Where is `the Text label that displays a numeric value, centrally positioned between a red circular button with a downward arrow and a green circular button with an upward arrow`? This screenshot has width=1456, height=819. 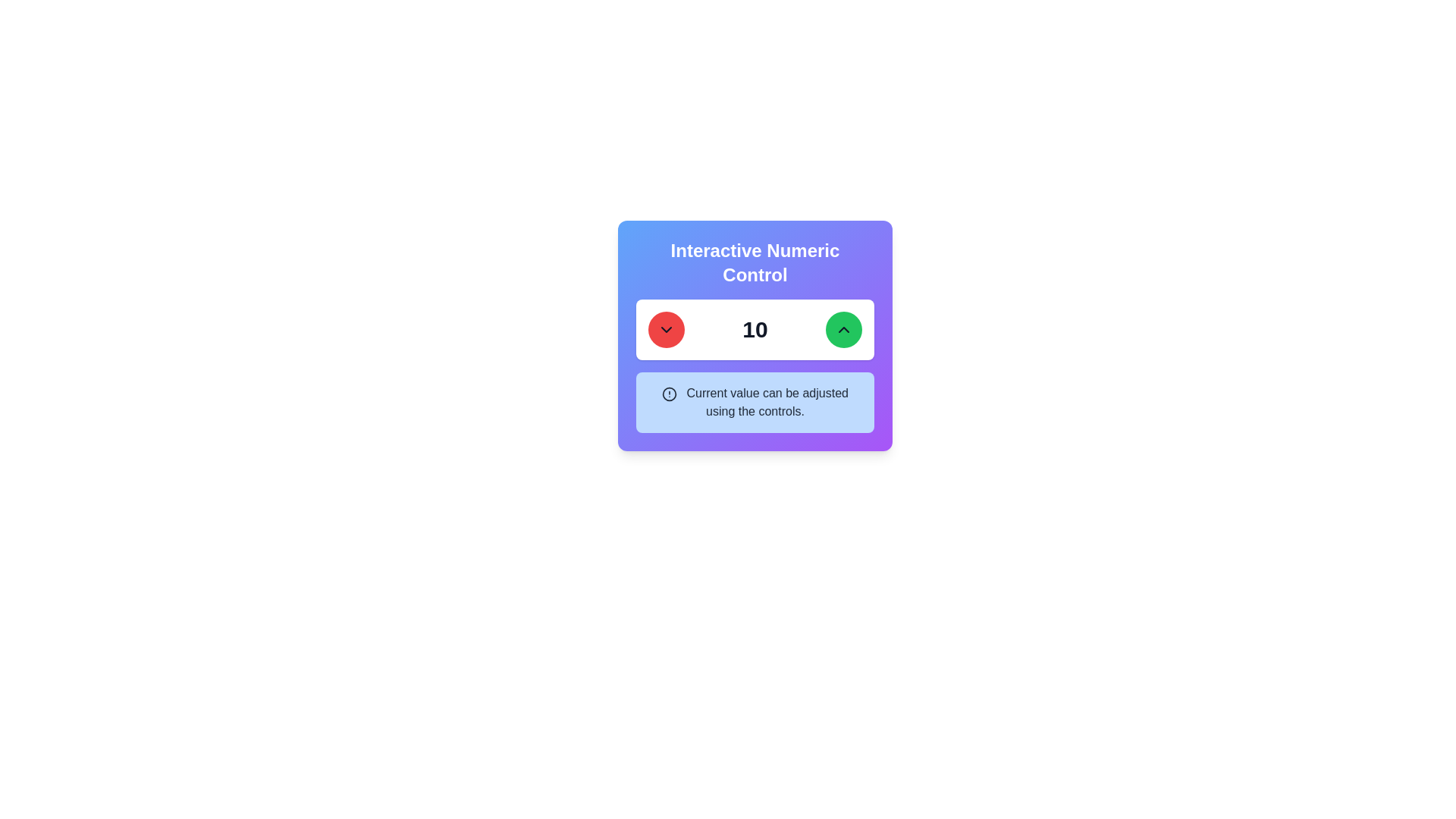
the Text label that displays a numeric value, centrally positioned between a red circular button with a downward arrow and a green circular button with an upward arrow is located at coordinates (755, 329).